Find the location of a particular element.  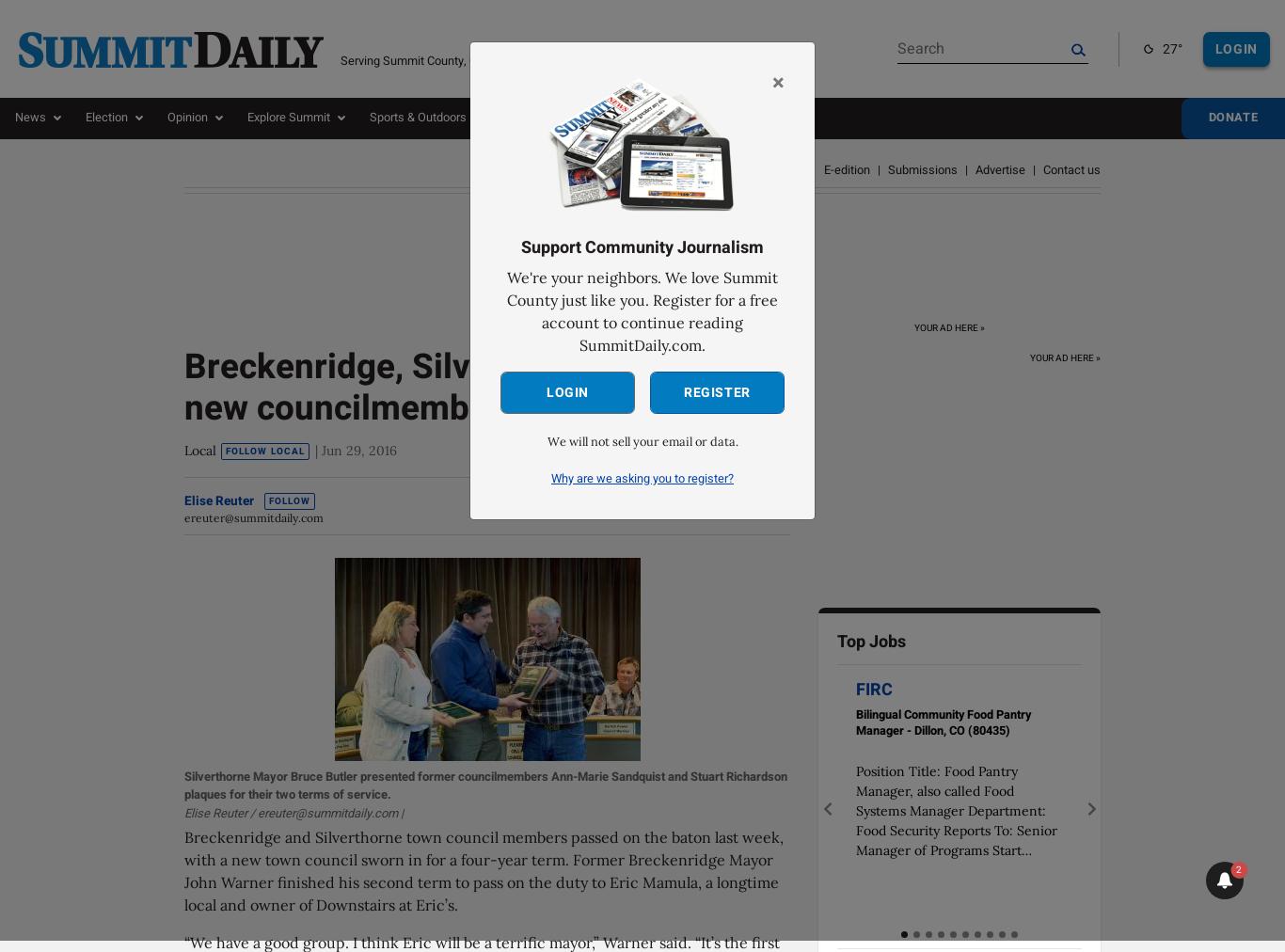

'Elise Reuter / ereuter@summitdaily.com |' is located at coordinates (293, 811).